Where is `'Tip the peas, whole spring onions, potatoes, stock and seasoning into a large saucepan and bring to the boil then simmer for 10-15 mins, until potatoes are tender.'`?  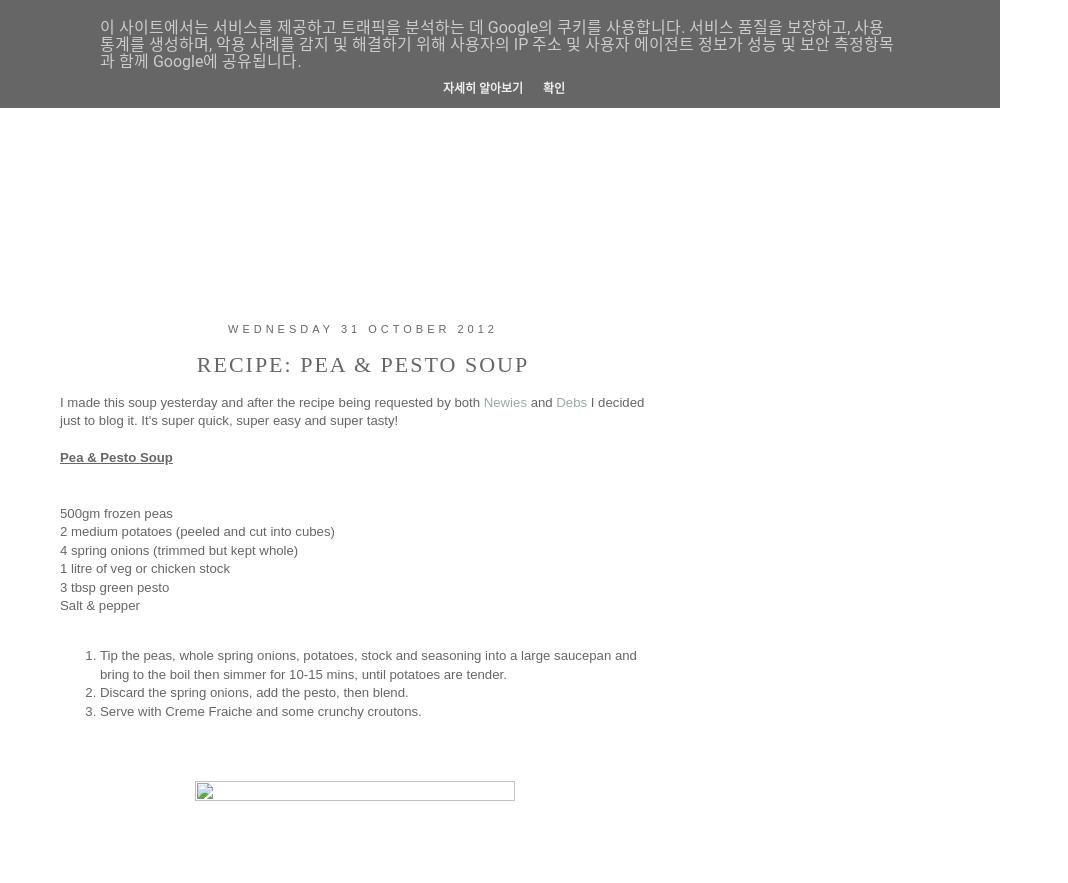 'Tip the peas, whole spring onions, potatoes, stock and seasoning into a large saucepan and bring to the boil then simmer for 10-15 mins, until potatoes are tender.' is located at coordinates (367, 663).